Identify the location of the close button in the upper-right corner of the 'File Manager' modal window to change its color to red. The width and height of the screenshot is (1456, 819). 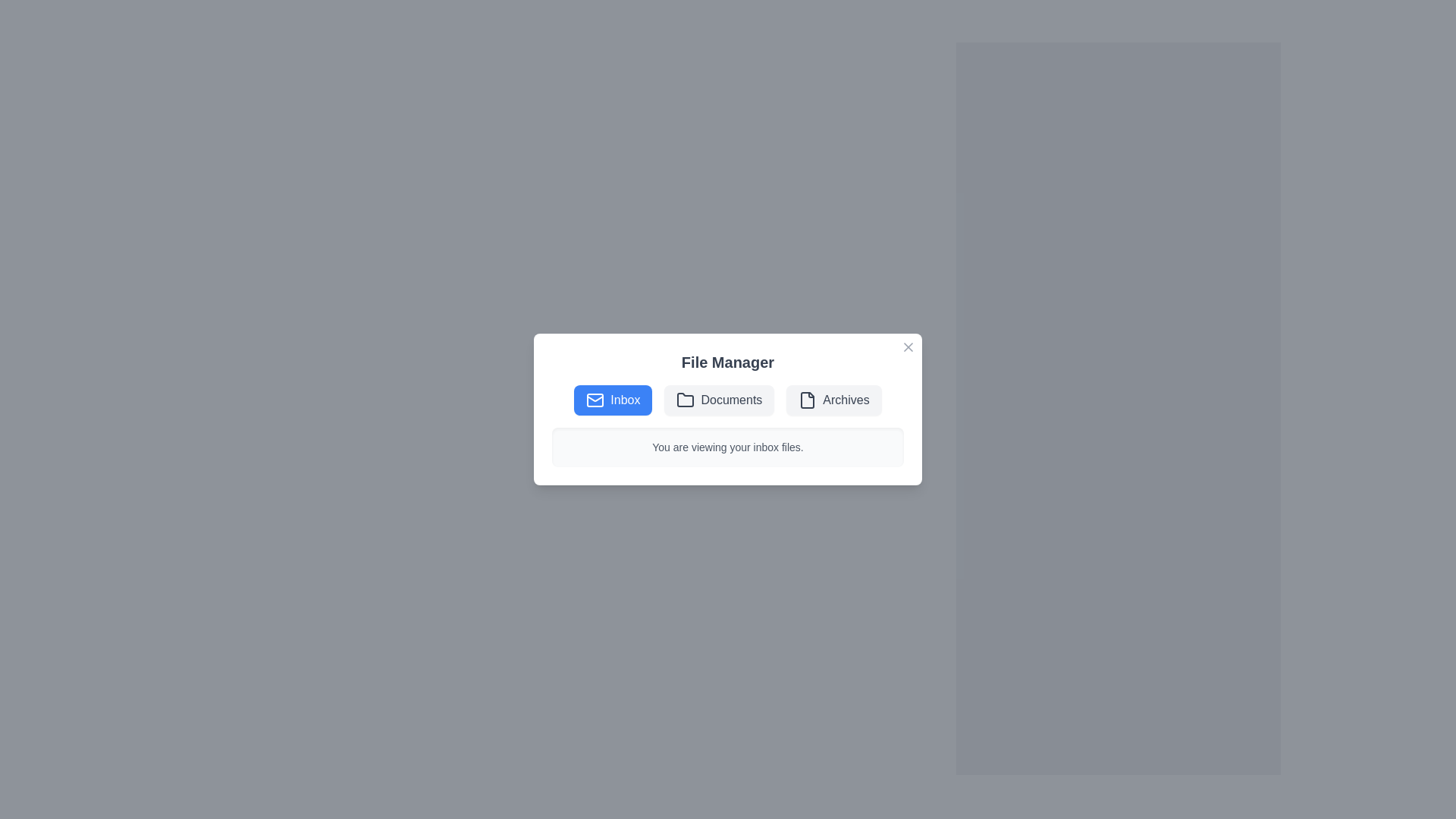
(908, 347).